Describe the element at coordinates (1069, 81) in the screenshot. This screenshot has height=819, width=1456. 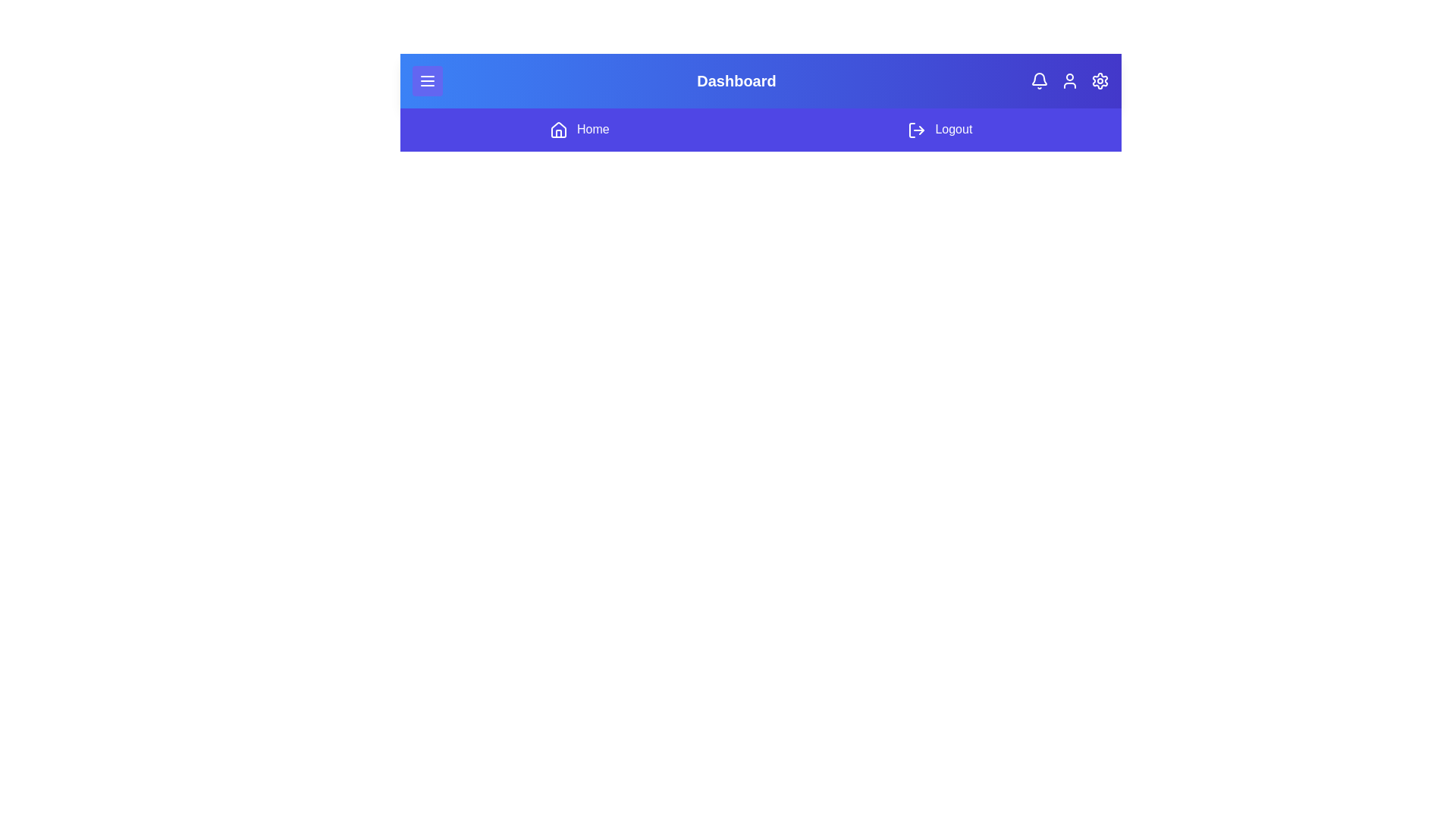
I see `the user icon to access the user profile settings` at that location.